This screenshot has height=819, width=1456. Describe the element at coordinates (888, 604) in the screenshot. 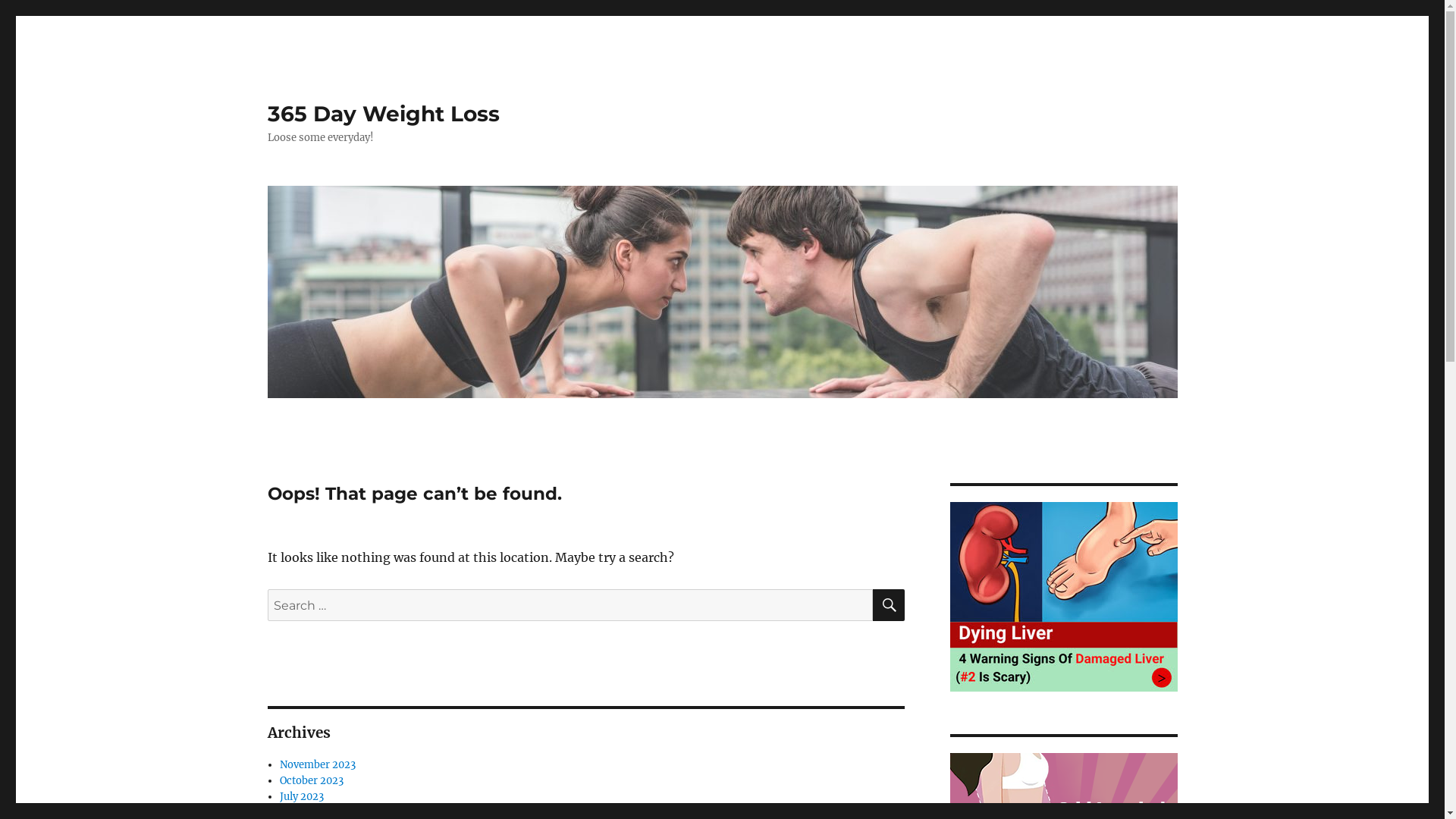

I see `'SEARCH'` at that location.